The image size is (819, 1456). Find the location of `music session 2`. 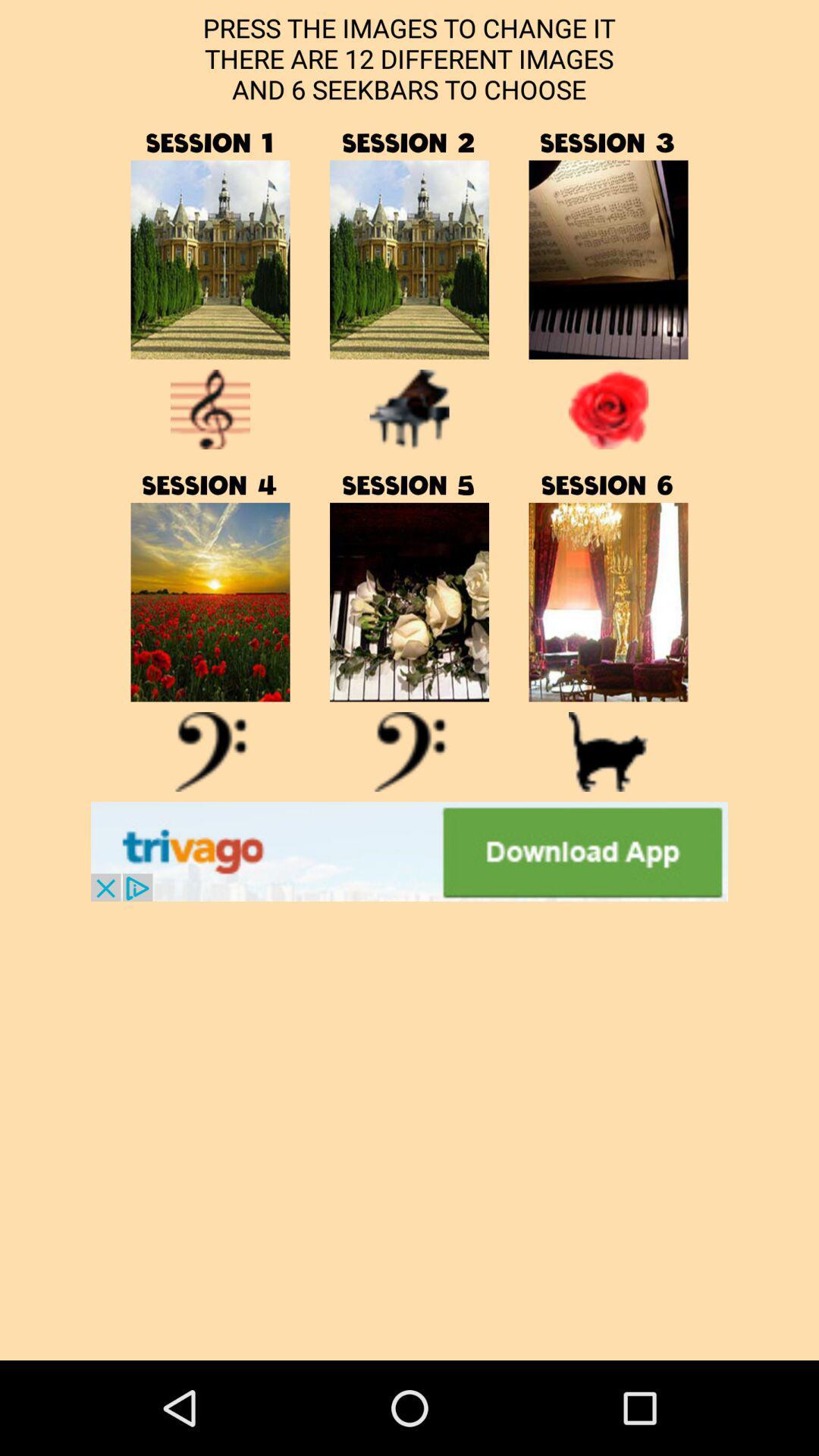

music session 2 is located at coordinates (409, 259).